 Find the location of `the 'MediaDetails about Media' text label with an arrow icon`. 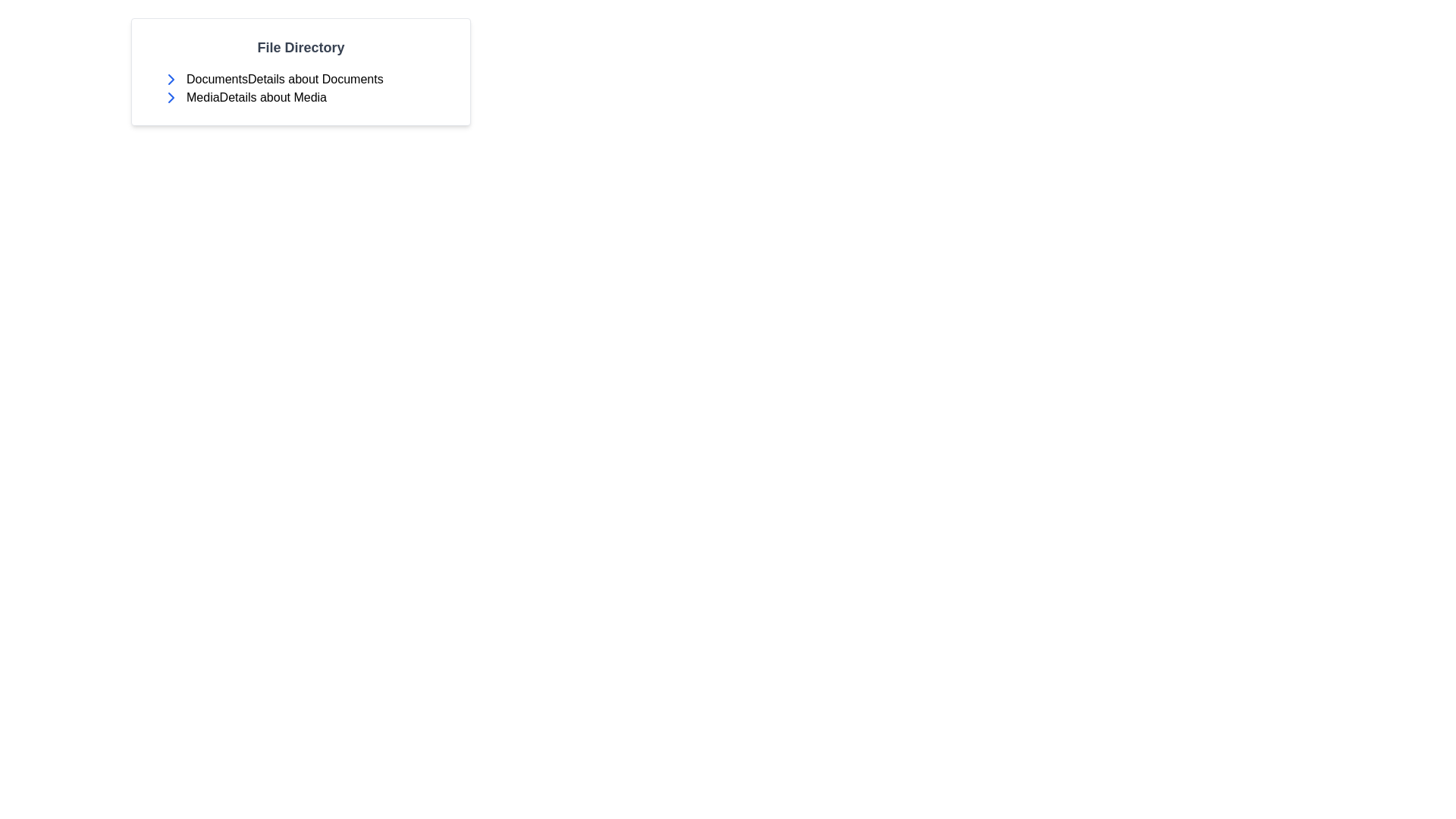

the 'MediaDetails about Media' text label with an arrow icon is located at coordinates (306, 97).